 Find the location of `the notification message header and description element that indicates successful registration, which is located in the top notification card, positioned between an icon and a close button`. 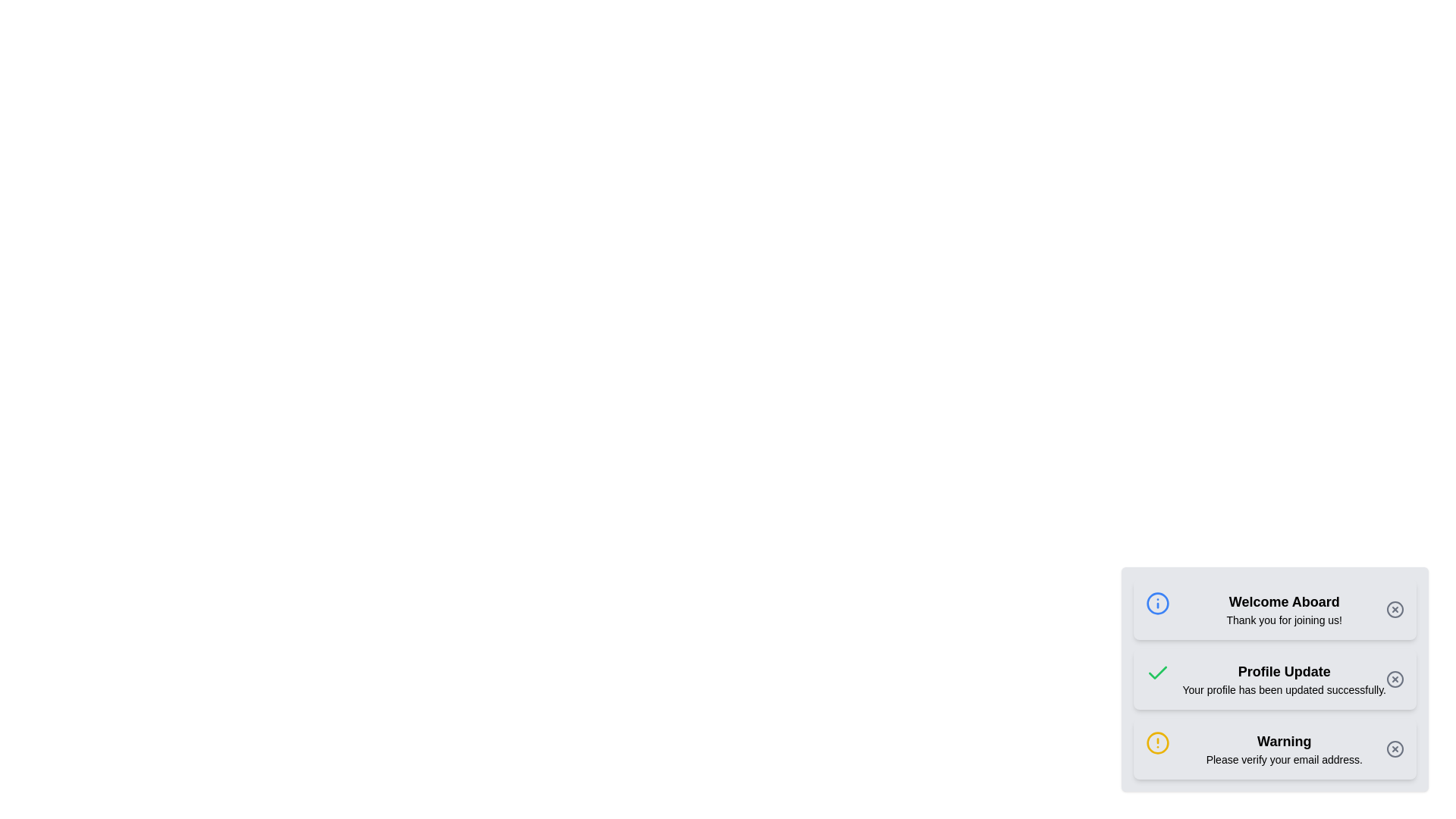

the notification message header and description element that indicates successful registration, which is located in the top notification card, positioned between an icon and a close button is located at coordinates (1283, 608).